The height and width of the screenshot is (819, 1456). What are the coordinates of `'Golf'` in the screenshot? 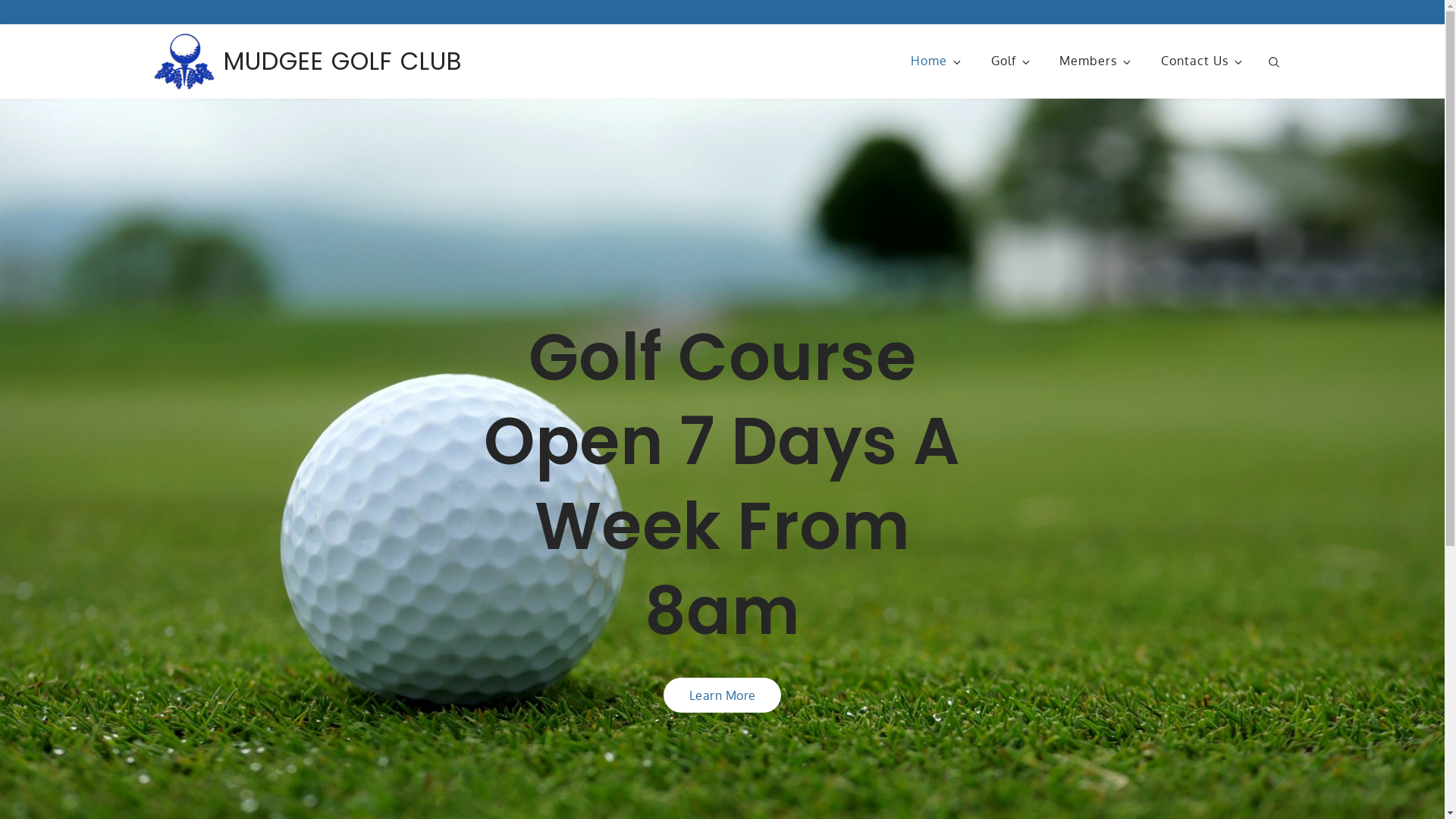 It's located at (1011, 60).